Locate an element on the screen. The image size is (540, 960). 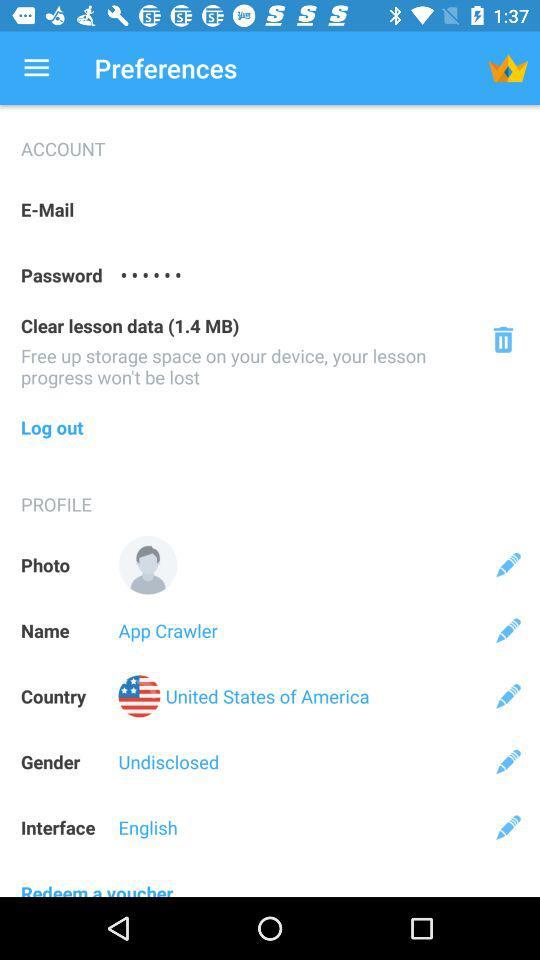
edit the detail is located at coordinates (508, 565).